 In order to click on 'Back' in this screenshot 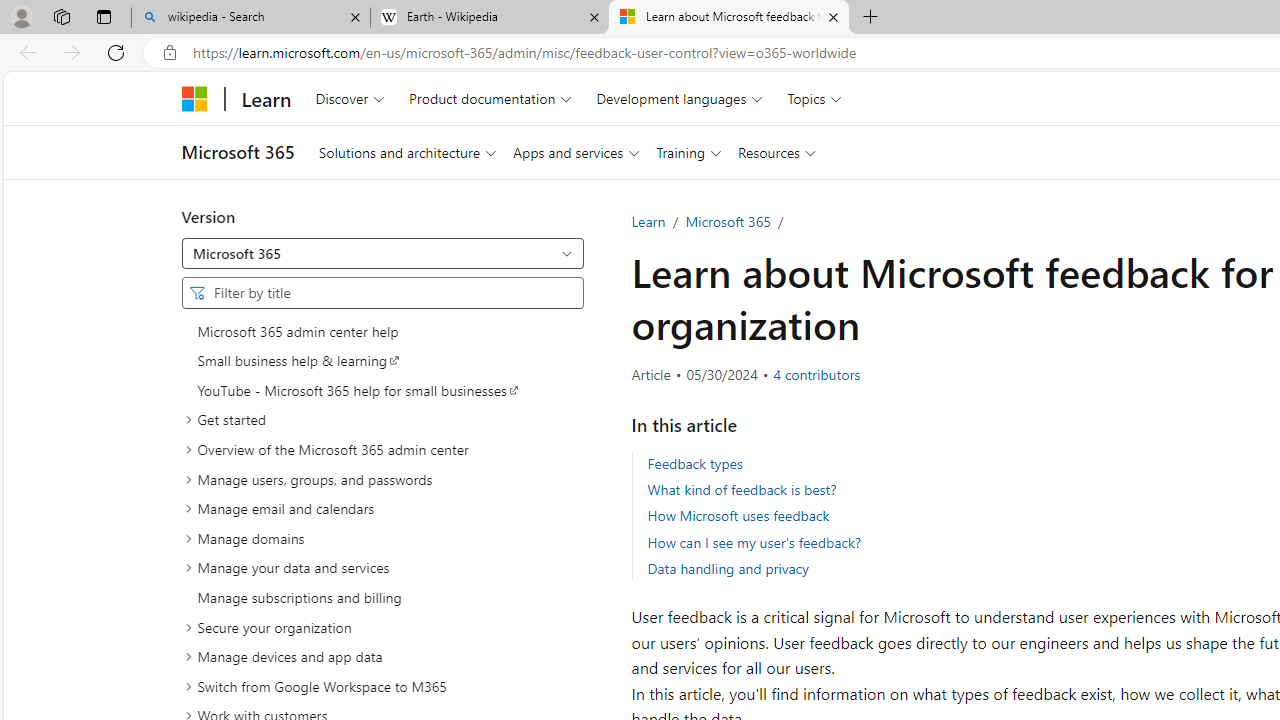, I will do `click(24, 51)`.